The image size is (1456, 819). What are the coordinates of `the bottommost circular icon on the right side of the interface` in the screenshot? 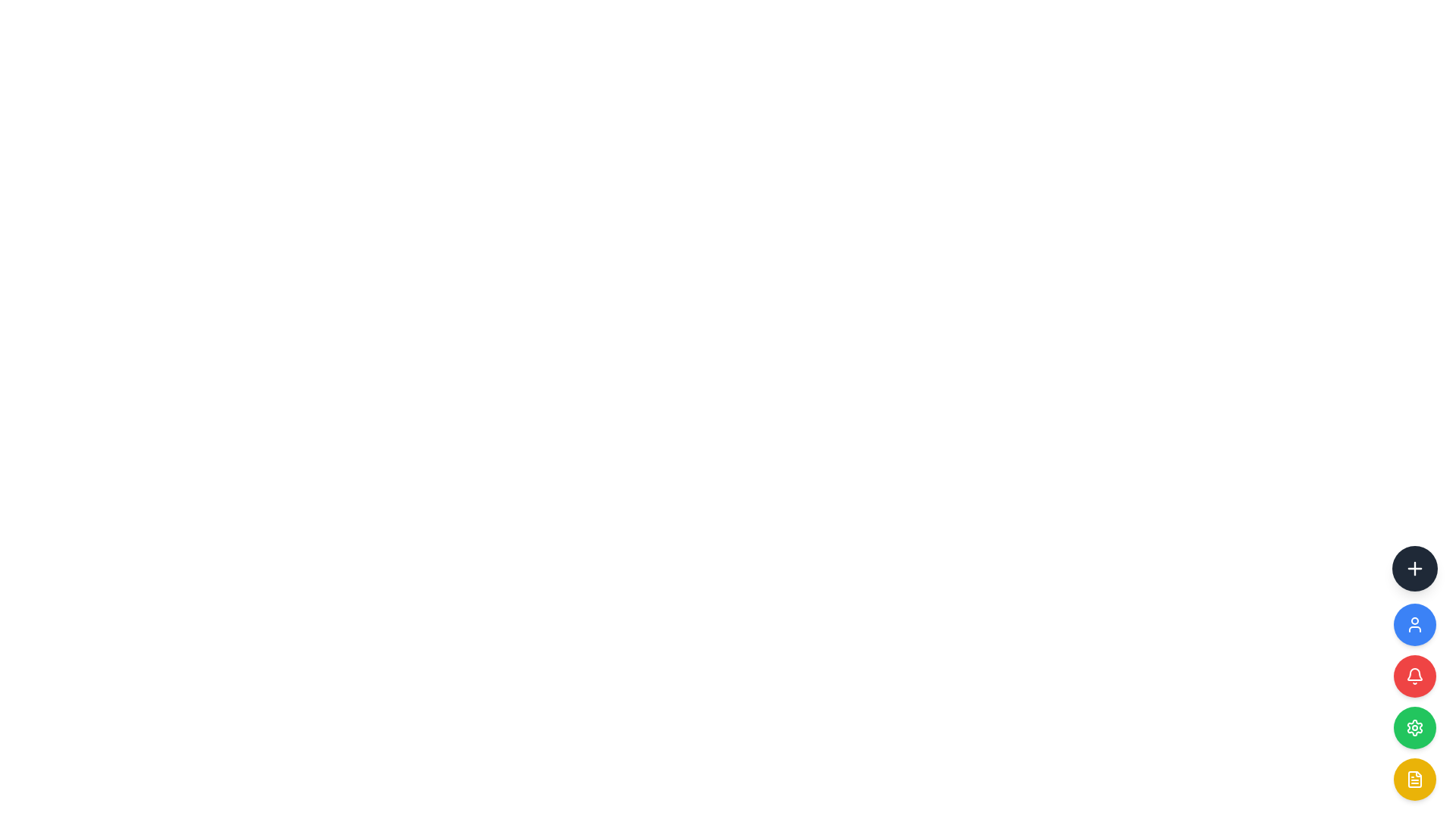 It's located at (1414, 780).